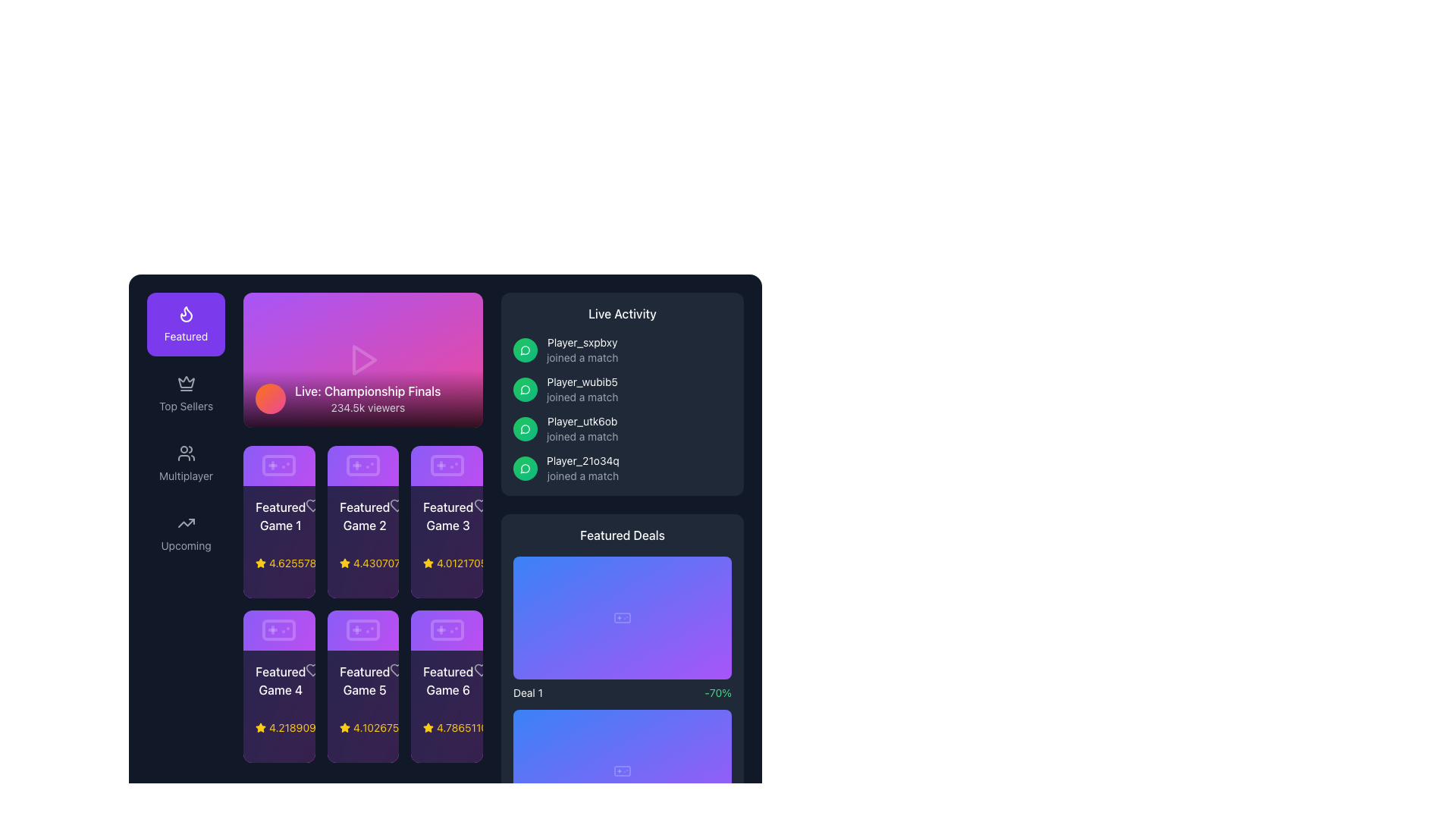 Image resolution: width=1456 pixels, height=819 pixels. Describe the element at coordinates (312, 670) in the screenshot. I see `the heart-shaped icon located to the right of the 'Featured Game 4' text and rating star within the fourth card in the second row of the grid layout` at that location.